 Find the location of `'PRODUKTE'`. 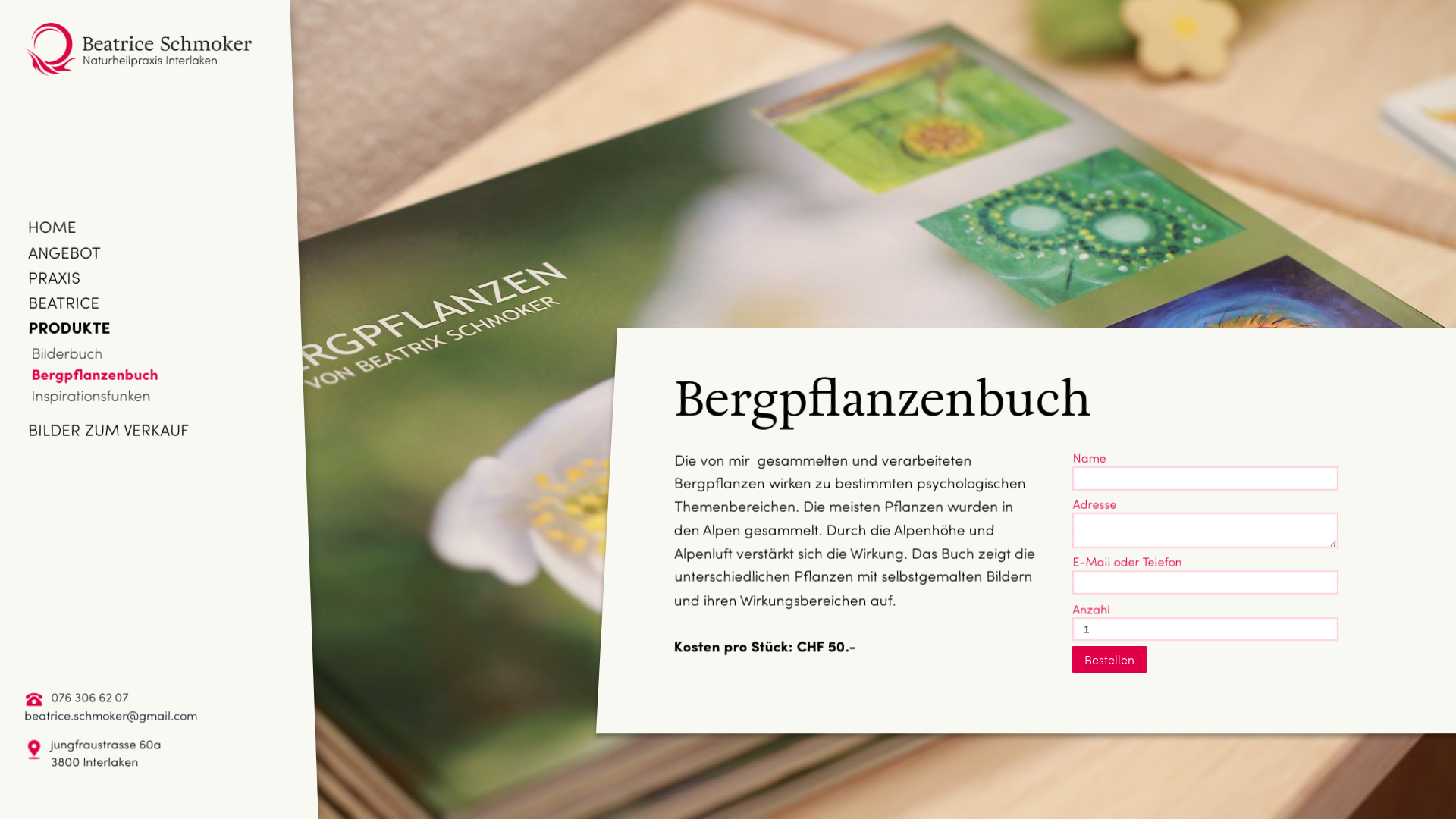

'PRODUKTE' is located at coordinates (68, 326).